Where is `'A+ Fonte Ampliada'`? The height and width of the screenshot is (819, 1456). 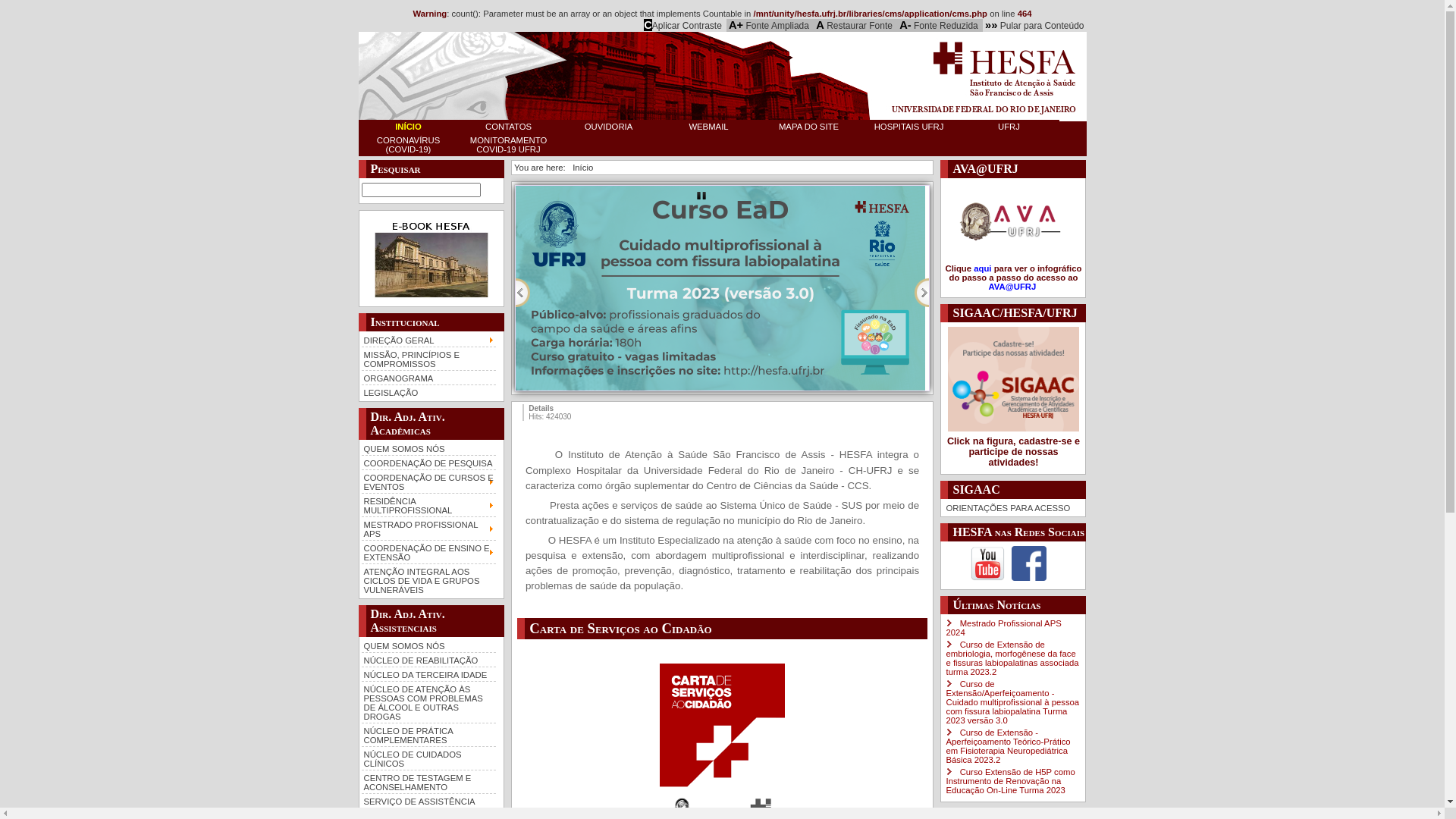
'A+ Fonte Ampliada' is located at coordinates (768, 25).